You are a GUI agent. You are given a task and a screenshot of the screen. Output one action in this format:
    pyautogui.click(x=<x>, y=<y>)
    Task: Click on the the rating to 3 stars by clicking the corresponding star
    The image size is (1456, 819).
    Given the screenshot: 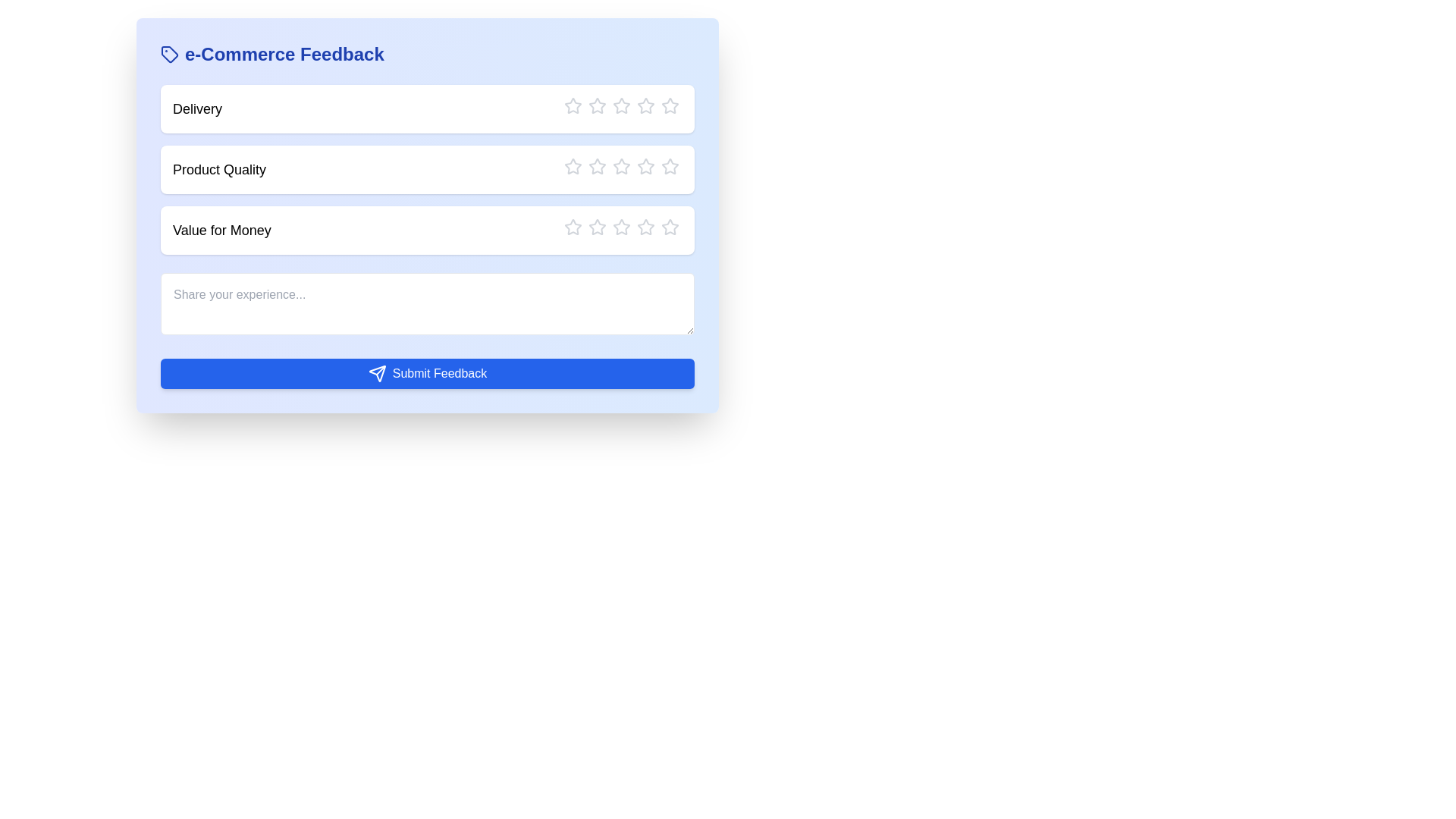 What is the action you would take?
    pyautogui.click(x=622, y=105)
    